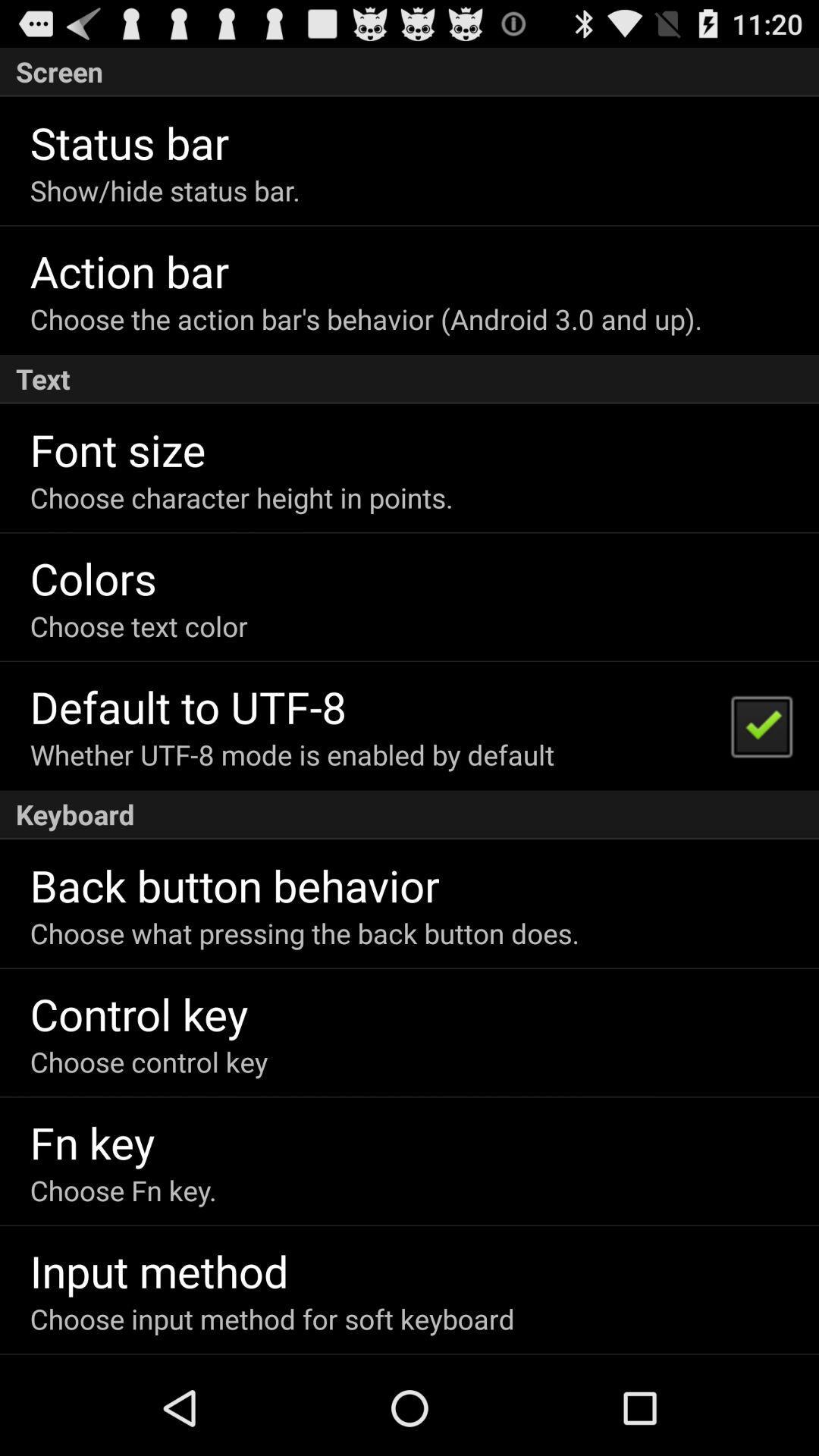 This screenshot has height=1456, width=819. I want to click on item below colors app, so click(139, 626).